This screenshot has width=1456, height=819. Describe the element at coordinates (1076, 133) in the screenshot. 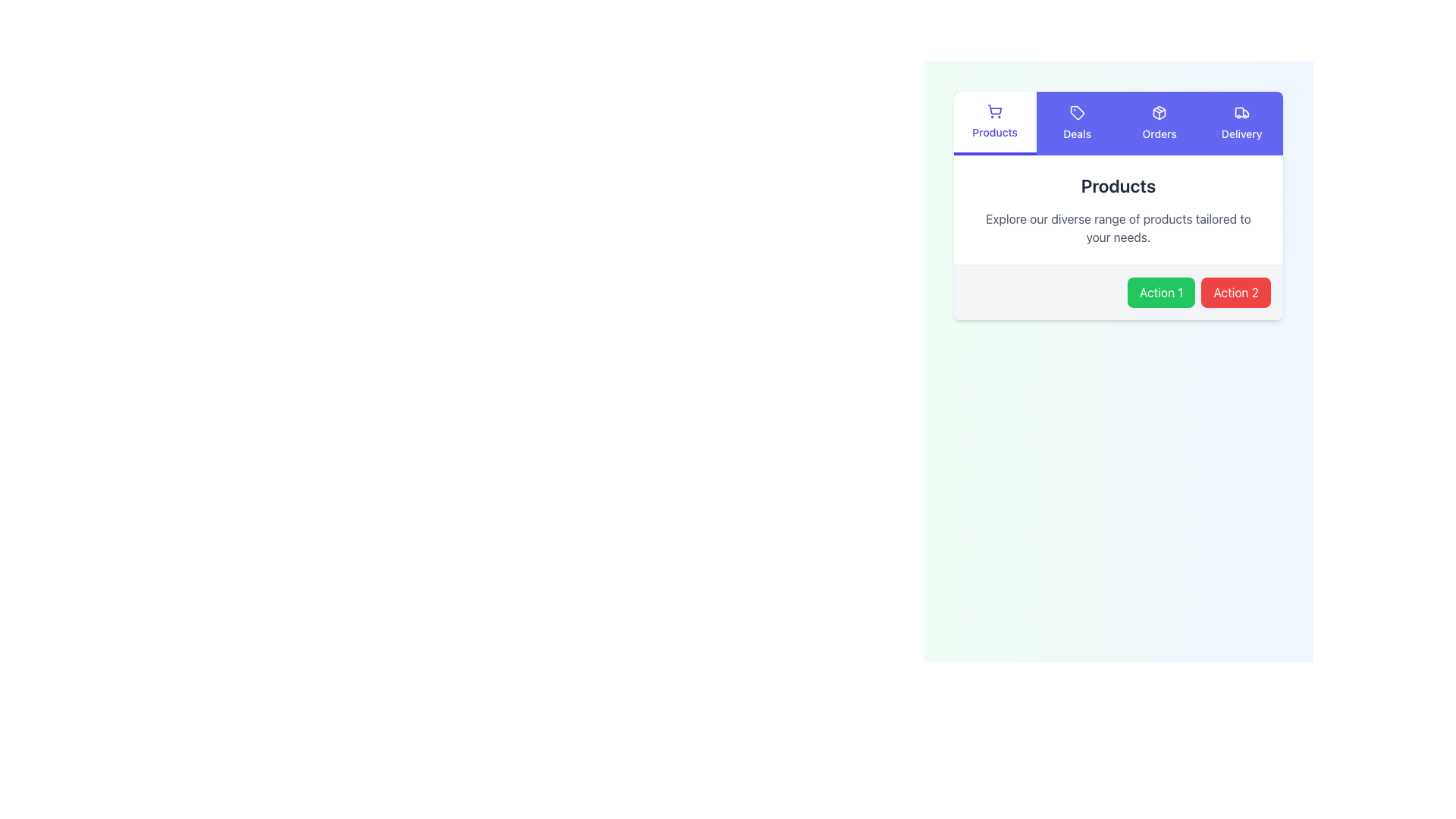

I see `the 'Deals' text label in the header section of the user interface, which is styled with a medium-sized font and has a purple background` at that location.